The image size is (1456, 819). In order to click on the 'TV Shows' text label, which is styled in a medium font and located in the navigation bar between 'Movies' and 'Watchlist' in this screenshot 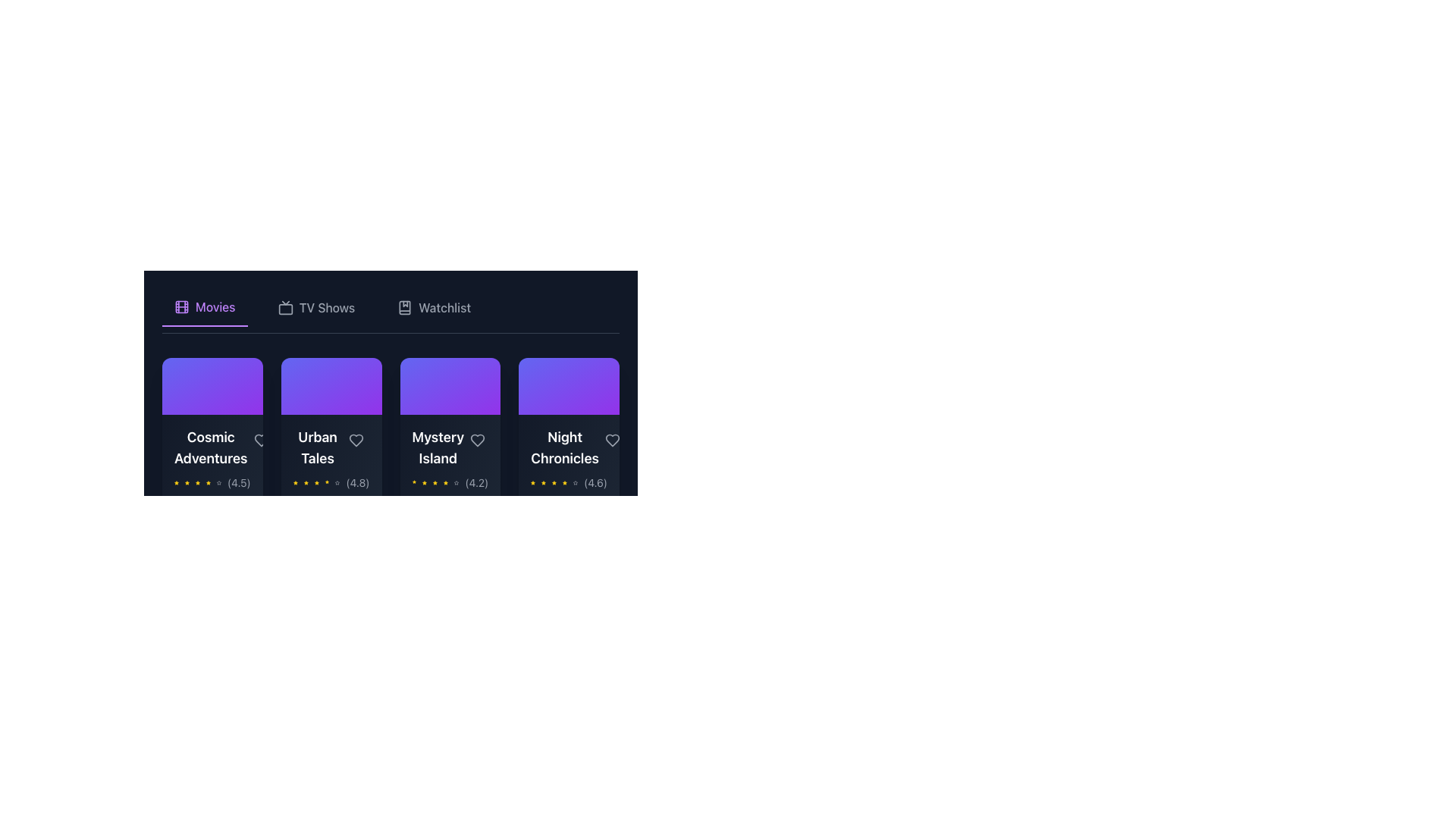, I will do `click(326, 307)`.